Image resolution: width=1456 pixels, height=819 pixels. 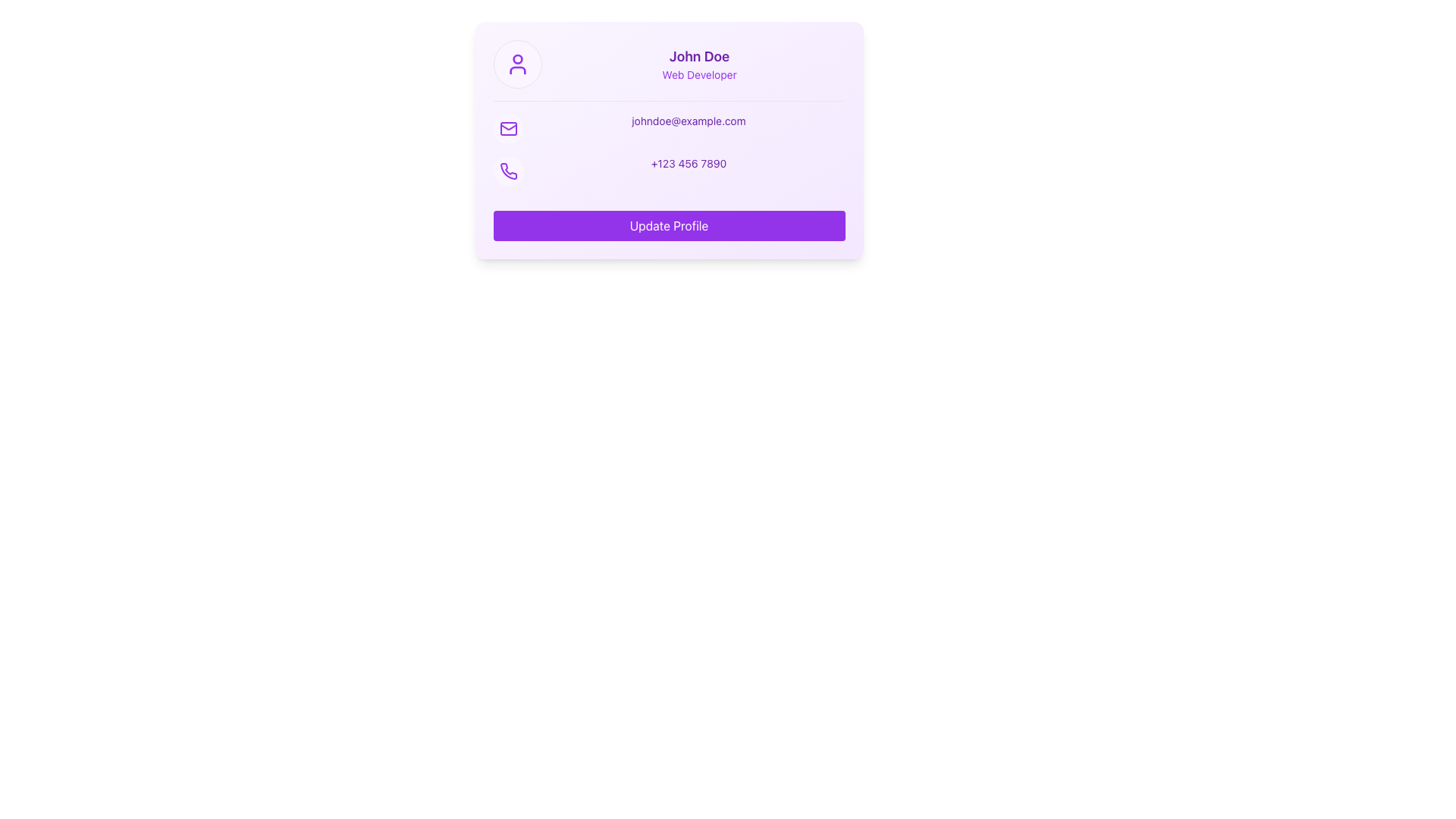 I want to click on email address displayed in the text label 'johndoe@example.com', which is located next to a purple envelope icon in the contact information section, so click(x=668, y=127).